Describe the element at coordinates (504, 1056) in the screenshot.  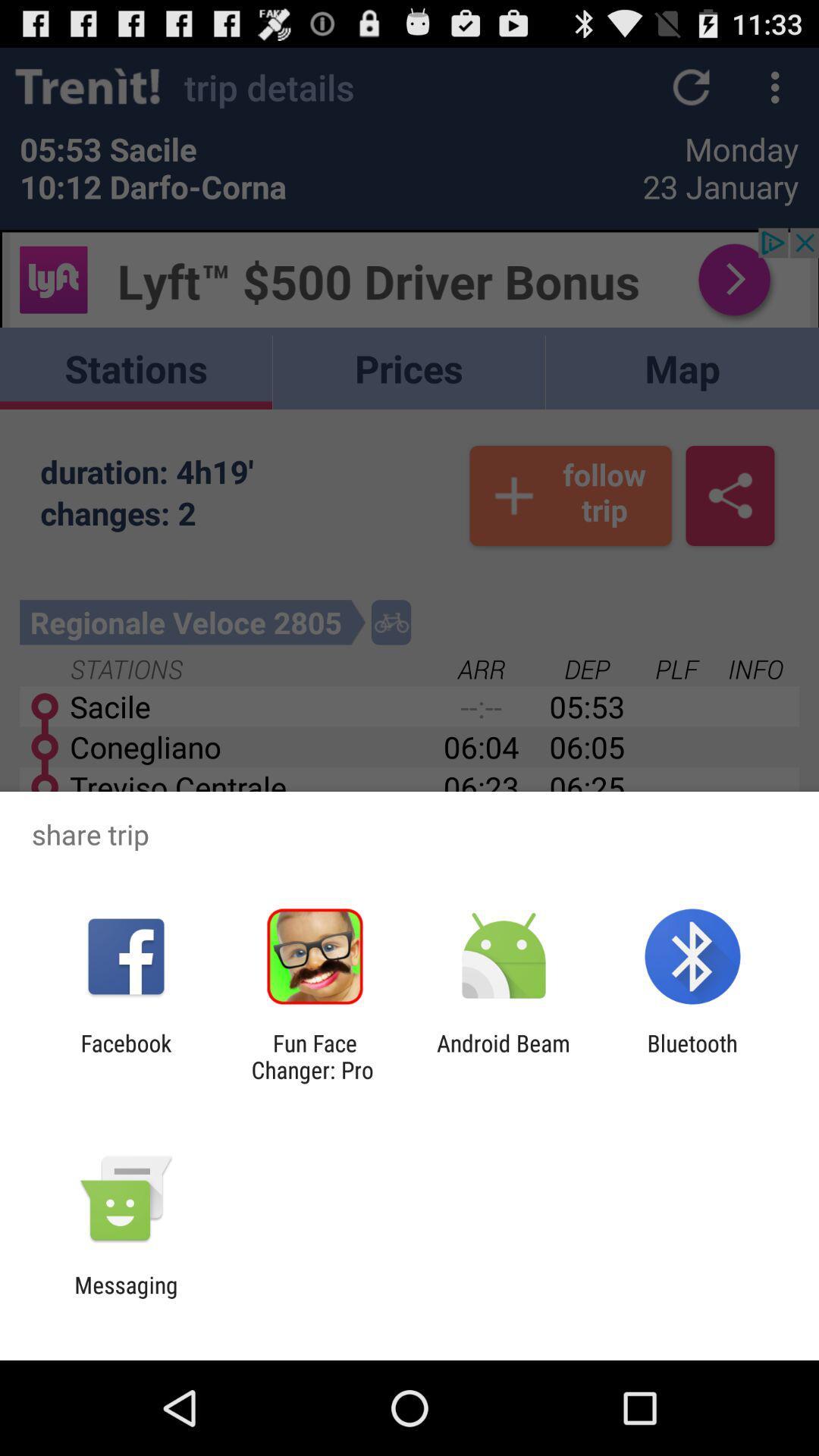
I see `the android beam` at that location.